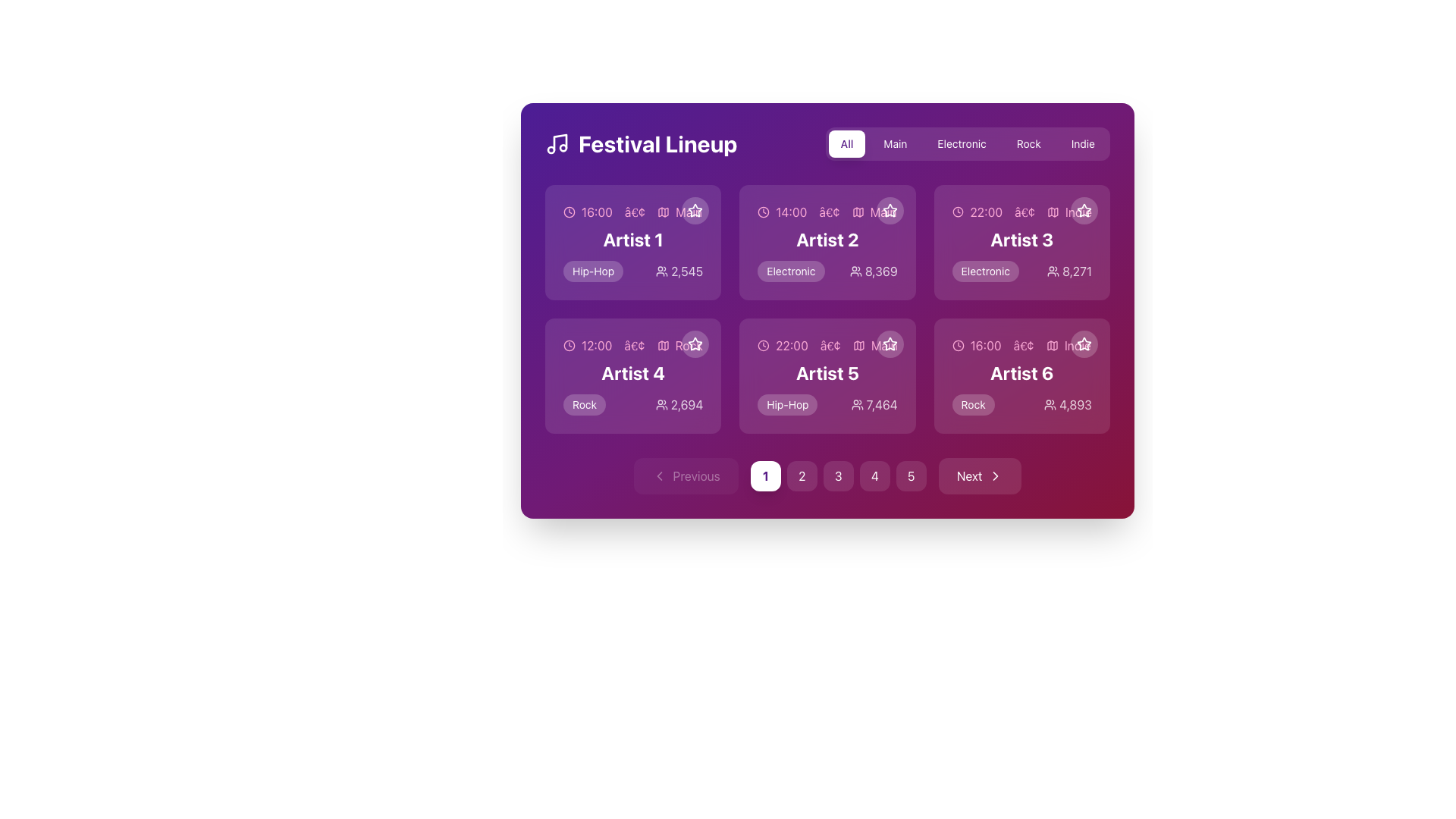 This screenshot has width=1456, height=819. What do you see at coordinates (890, 344) in the screenshot?
I see `the star-shaped icon inside the circular button in the top-right corner of the card representing 'Artist 5' to mark the artist as favorite` at bounding box center [890, 344].